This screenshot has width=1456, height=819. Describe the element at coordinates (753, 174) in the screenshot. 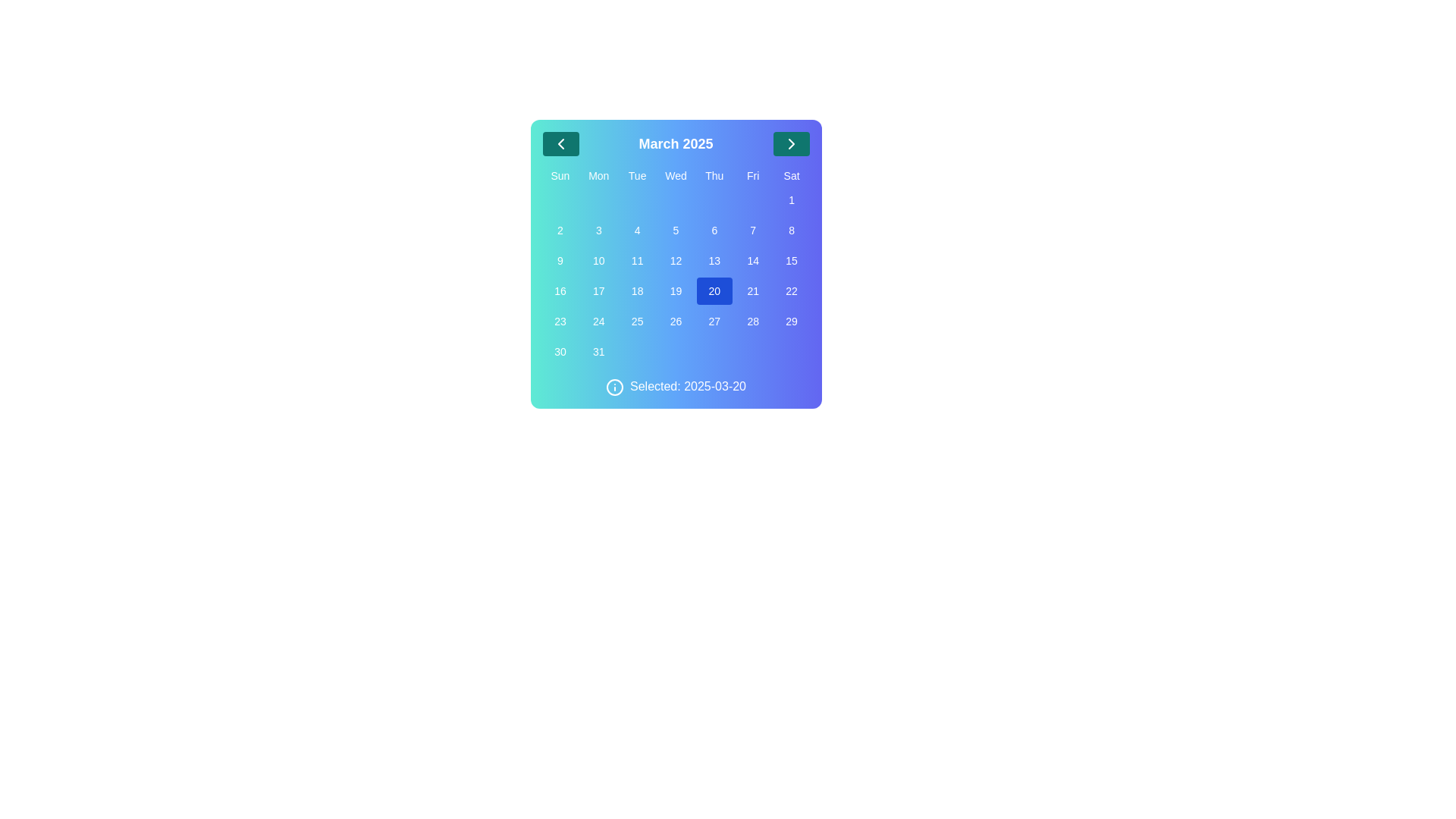

I see `the static text label displaying 'Fri', which is the sixth item in the weekday header of the calendar interface, located between 'Thu' and 'Sat'` at that location.